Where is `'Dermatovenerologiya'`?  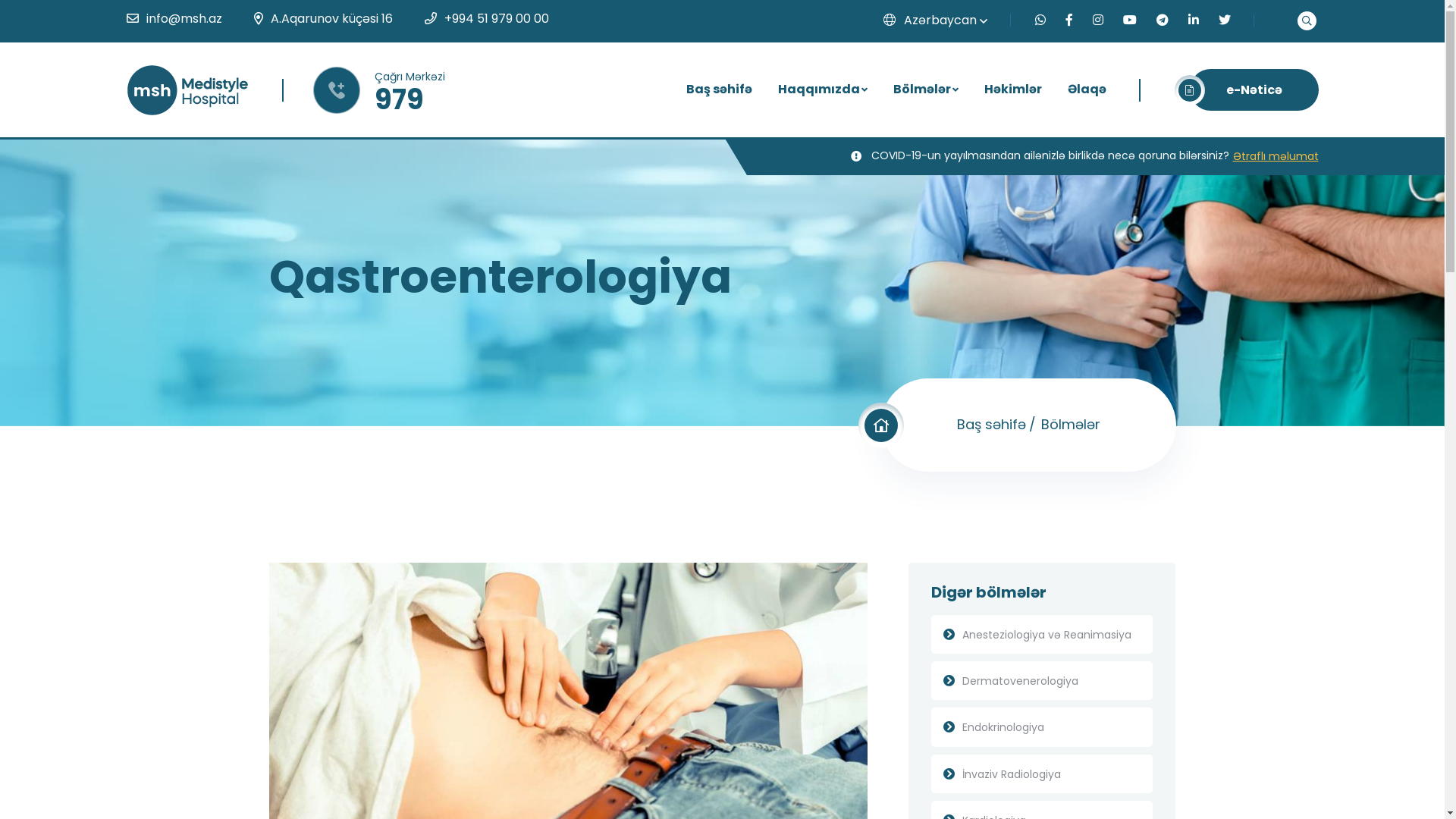 'Dermatovenerologiya' is located at coordinates (1041, 679).